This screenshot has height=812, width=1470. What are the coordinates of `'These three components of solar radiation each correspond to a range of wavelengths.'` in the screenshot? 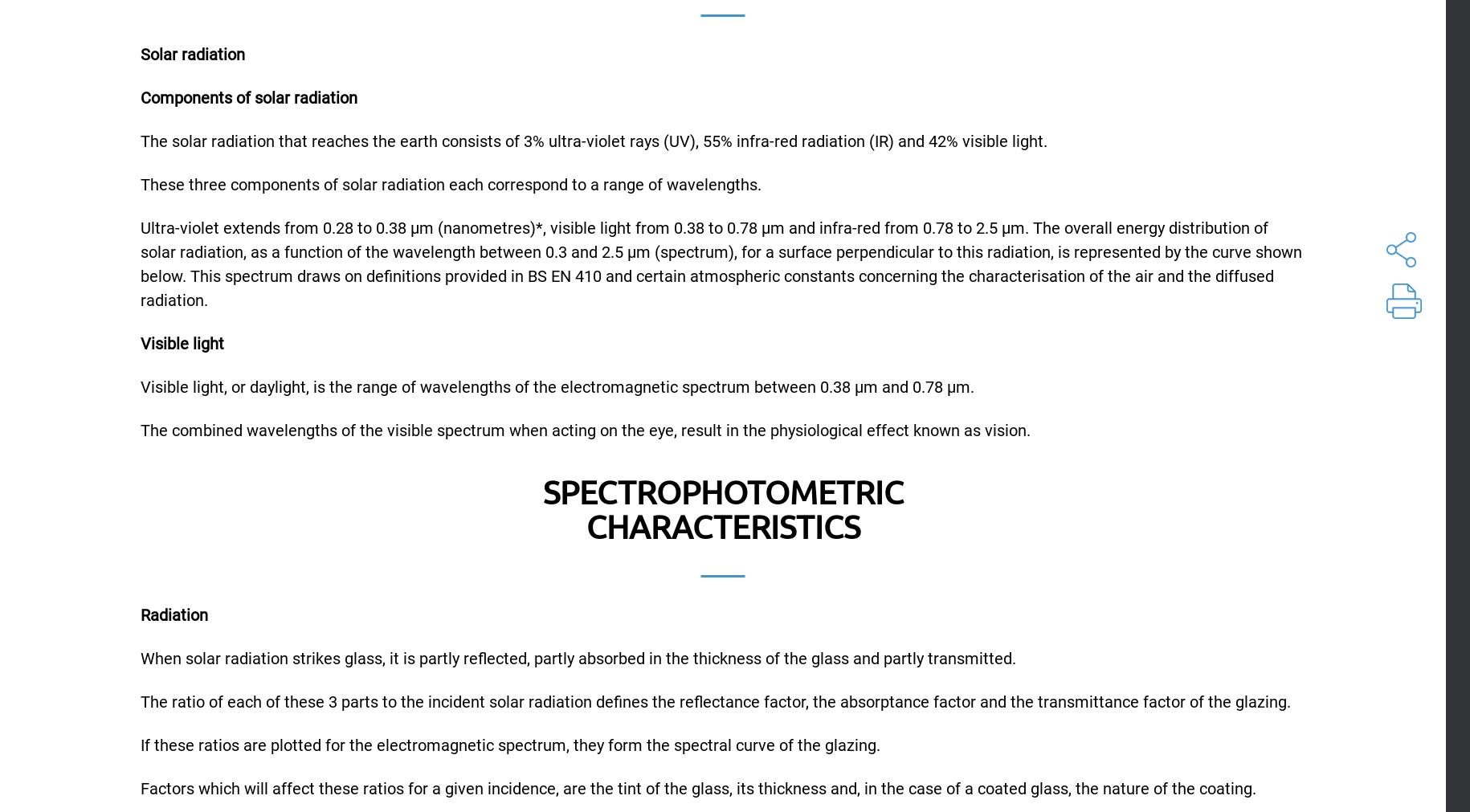 It's located at (450, 185).